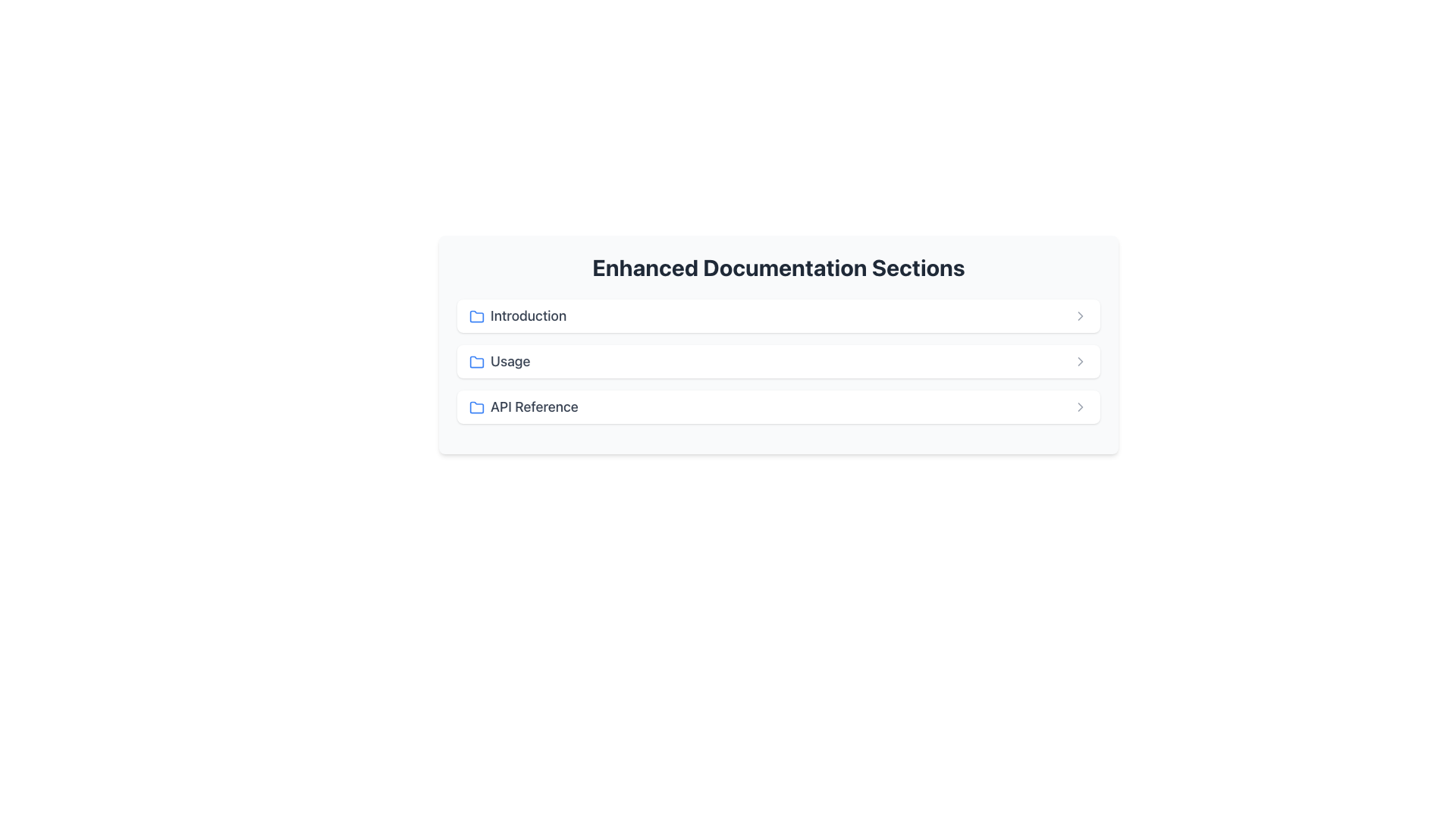 This screenshot has width=1456, height=819. Describe the element at coordinates (475, 406) in the screenshot. I see `the folder icon associated with the 'API Reference' section, located on the third row of the vertical list of items` at that location.